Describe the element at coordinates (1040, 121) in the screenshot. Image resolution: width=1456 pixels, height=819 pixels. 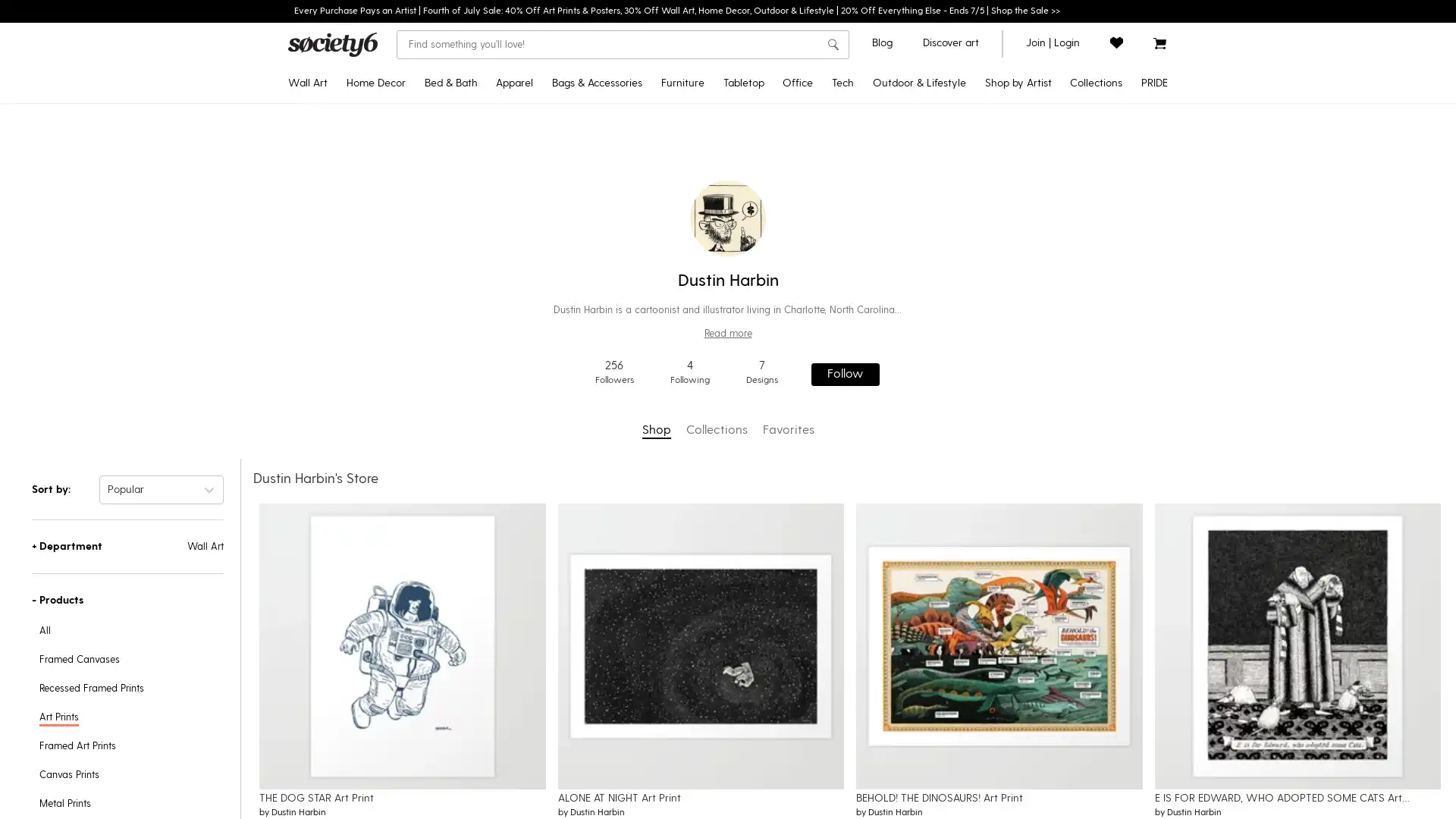
I see `Pride MonthNEW` at that location.